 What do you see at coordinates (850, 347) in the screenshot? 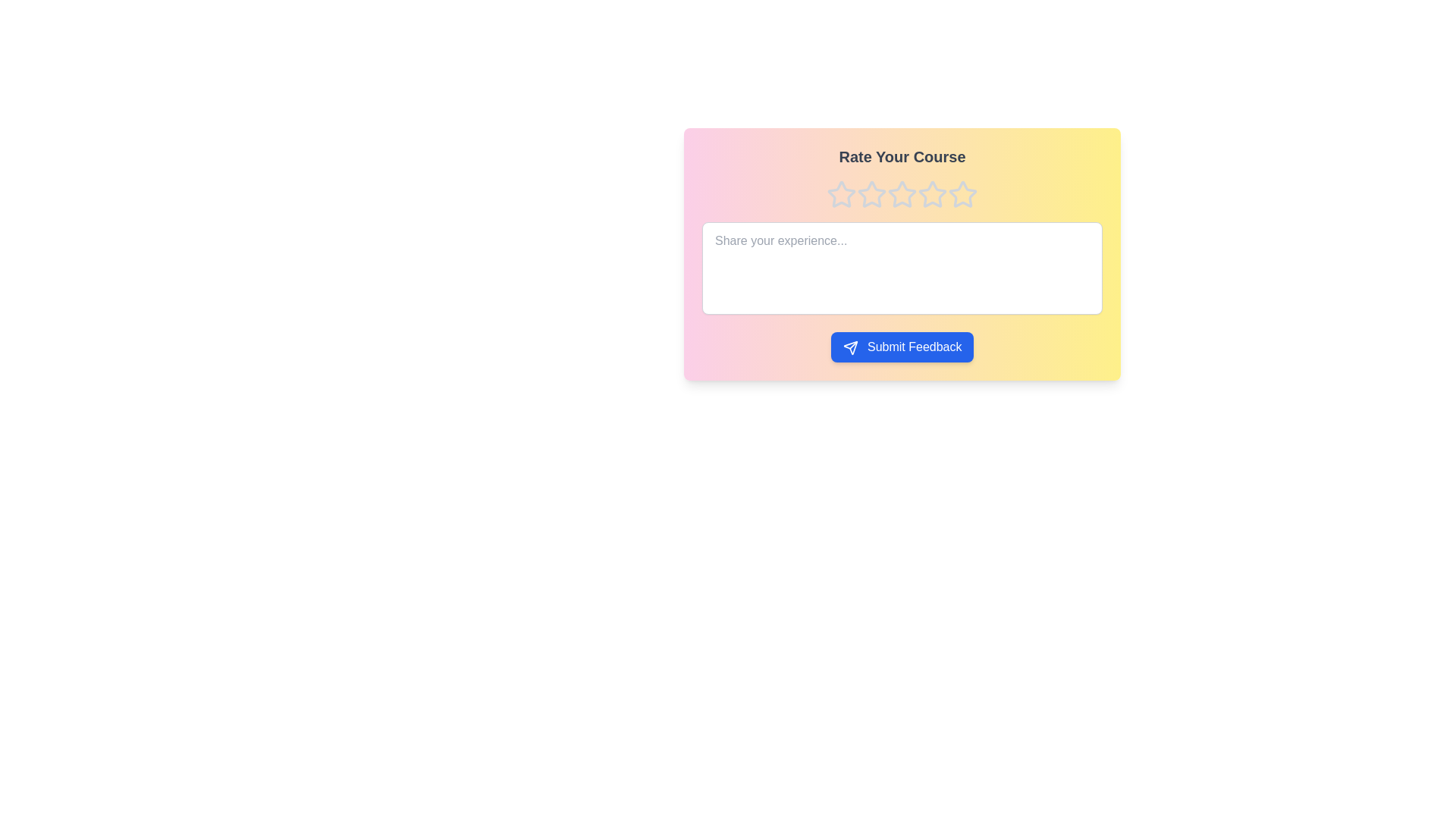
I see `the 'Submit Feedback' button that contains the paper plane icon, which symbolizes a 'send' action` at bounding box center [850, 347].